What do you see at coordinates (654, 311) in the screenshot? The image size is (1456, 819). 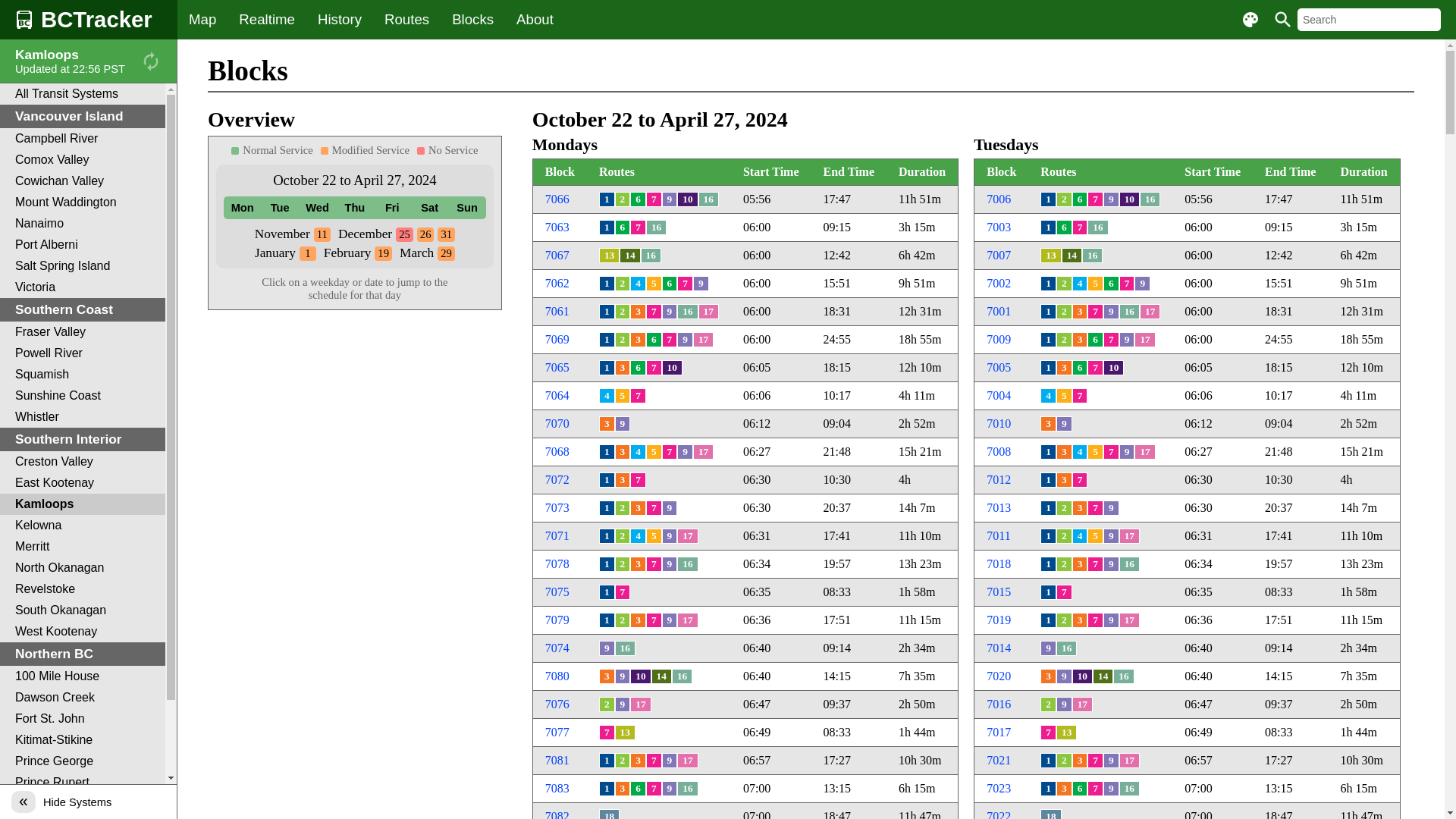 I see `'7'` at bounding box center [654, 311].